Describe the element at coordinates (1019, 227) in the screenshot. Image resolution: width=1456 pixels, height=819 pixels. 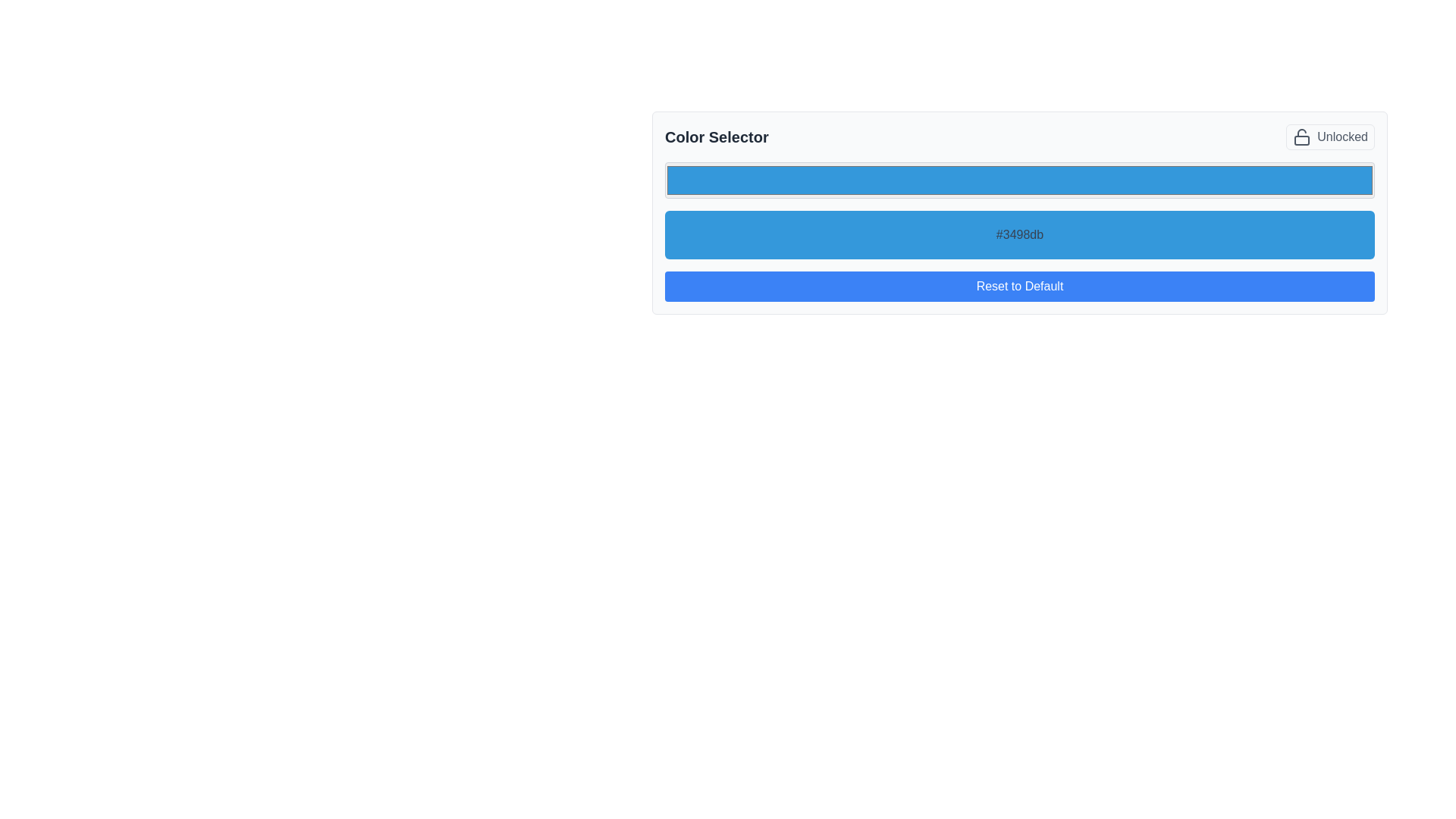
I see `text content of the hexadecimal color code displayed at the center of the blue rectangular background element, which is the second in a vertically stacked sequence of color blocks beneath the 'Color Selector' title` at that location.